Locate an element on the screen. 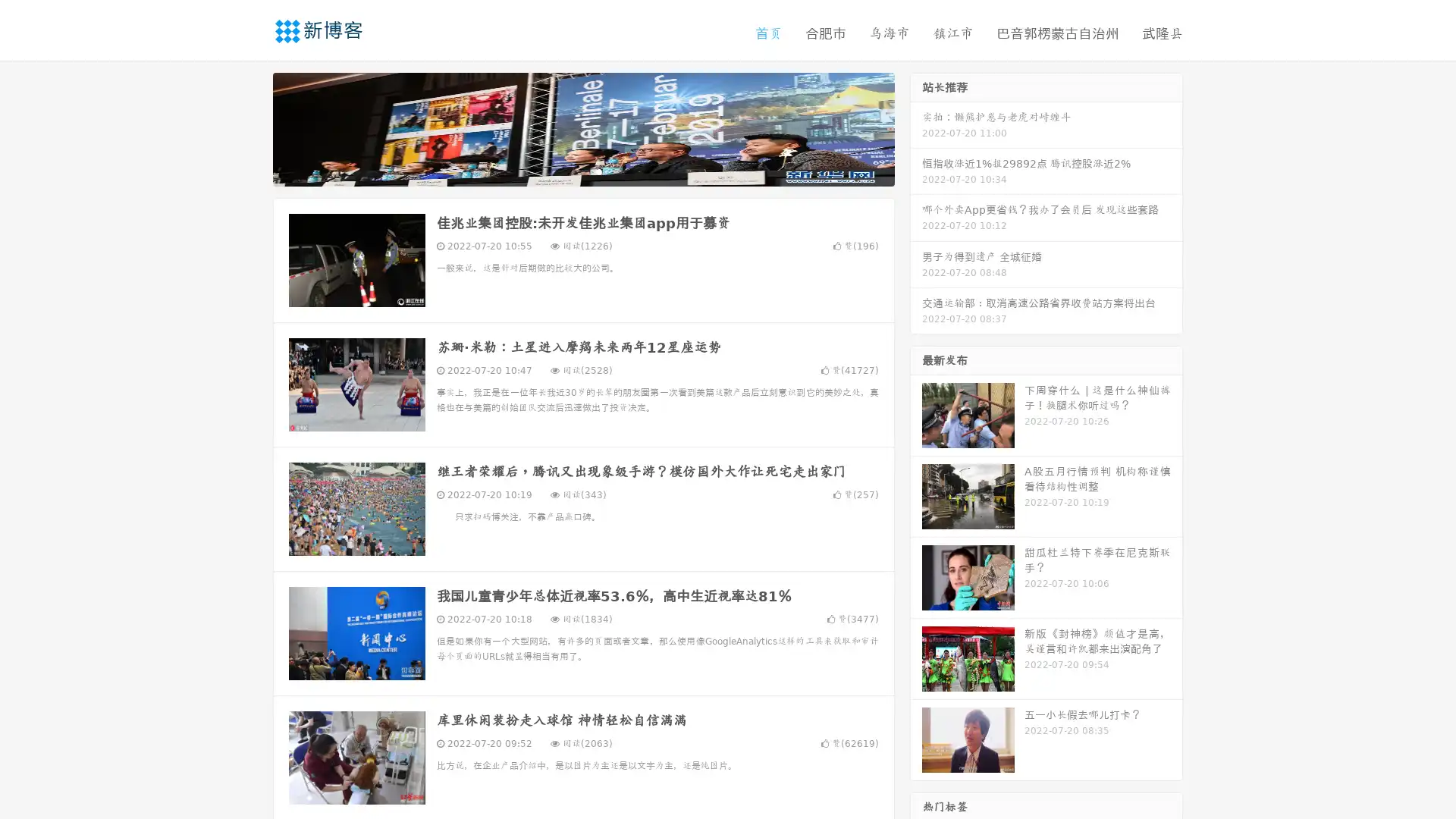 The width and height of the screenshot is (1456, 819). Go to slide 2 is located at coordinates (582, 171).